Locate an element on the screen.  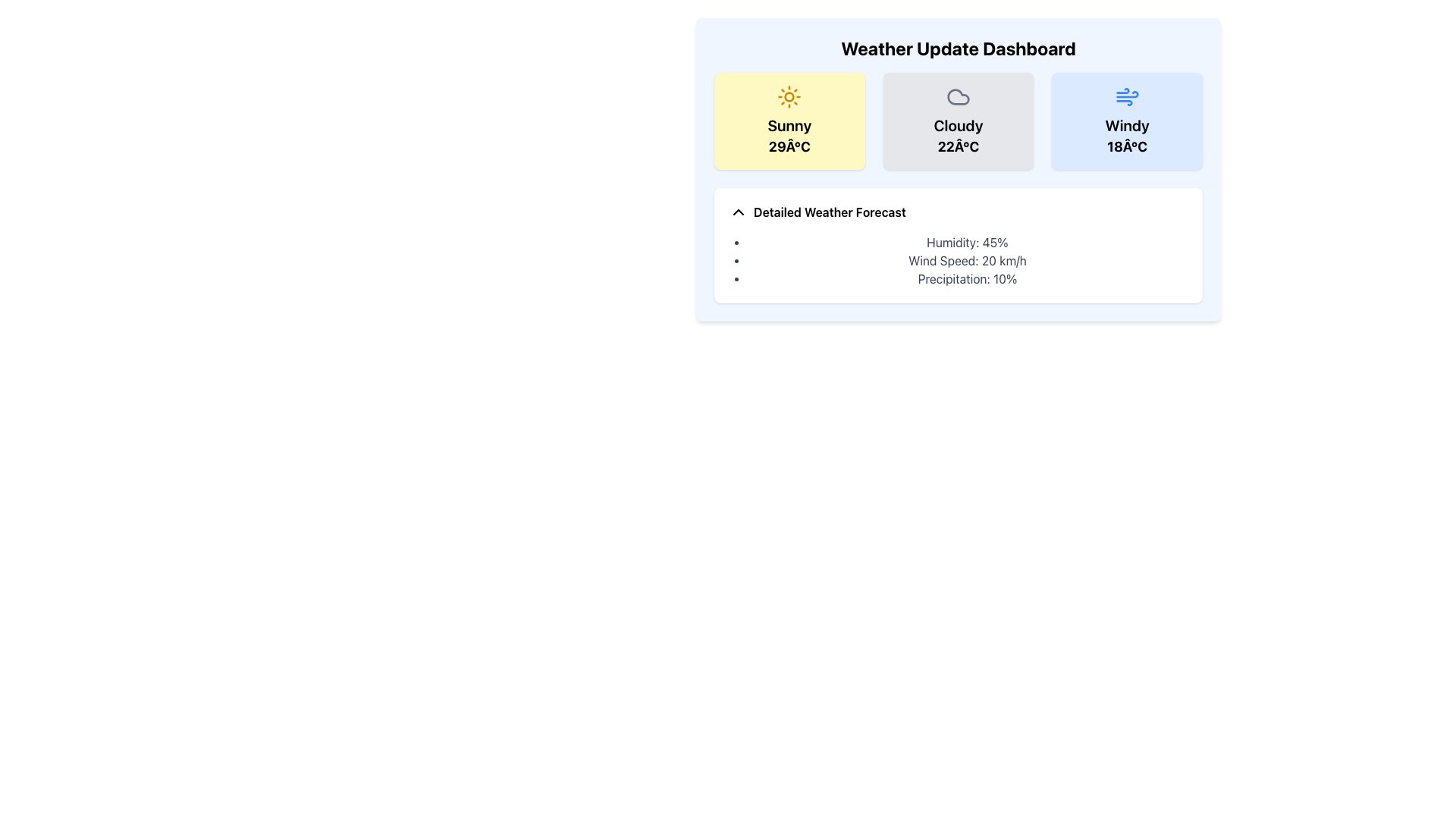
information displayed in the static text labeled 'Precipitation: 10%' located in the lower half of the weather dashboard under the 'Detailed Weather Forecast' section is located at coordinates (967, 278).